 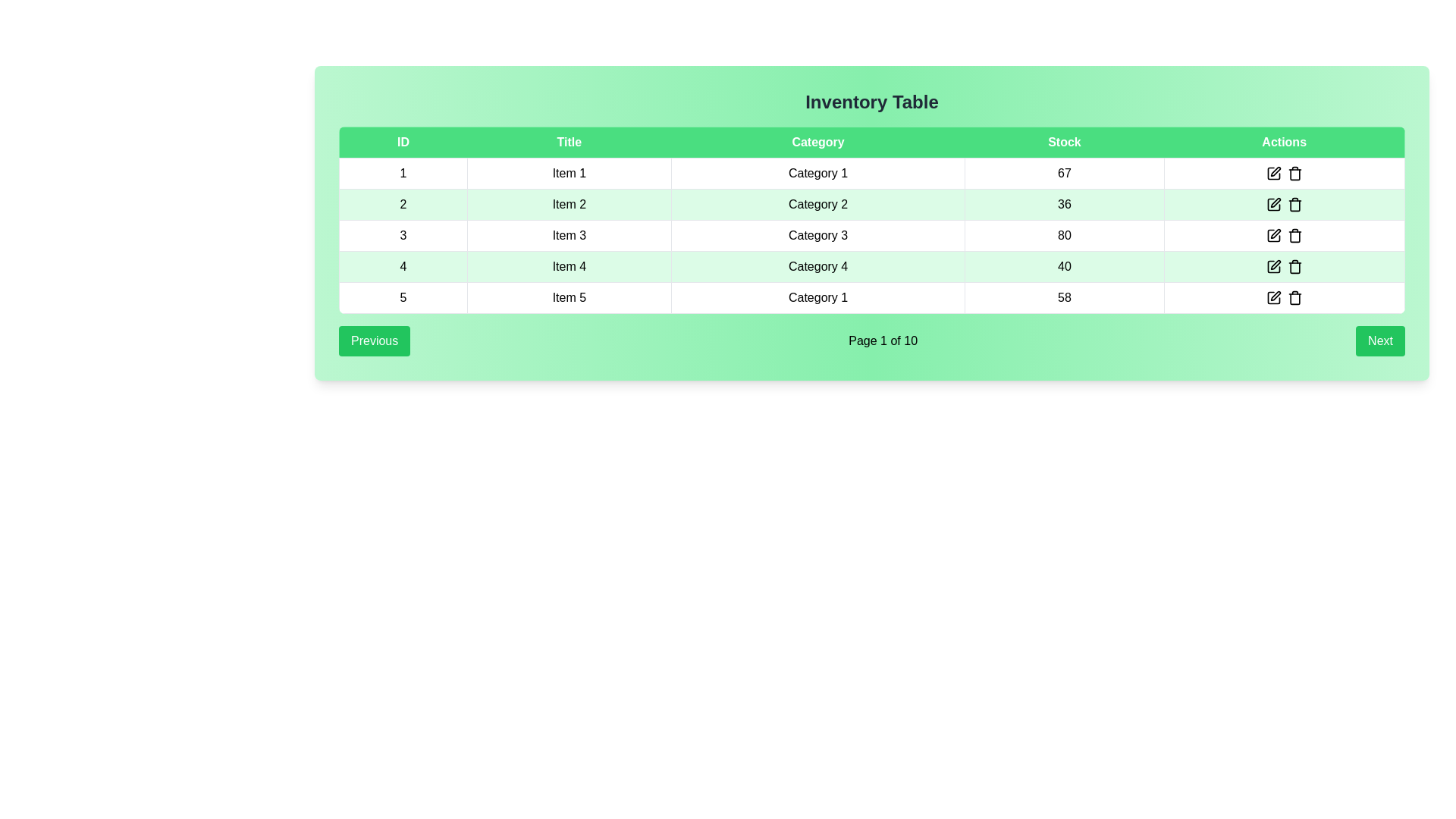 I want to click on the text label displaying '80' in the 'Stock' column of the table for 'Item 3', which is located in the fourth column of the third row, so click(x=1063, y=236).